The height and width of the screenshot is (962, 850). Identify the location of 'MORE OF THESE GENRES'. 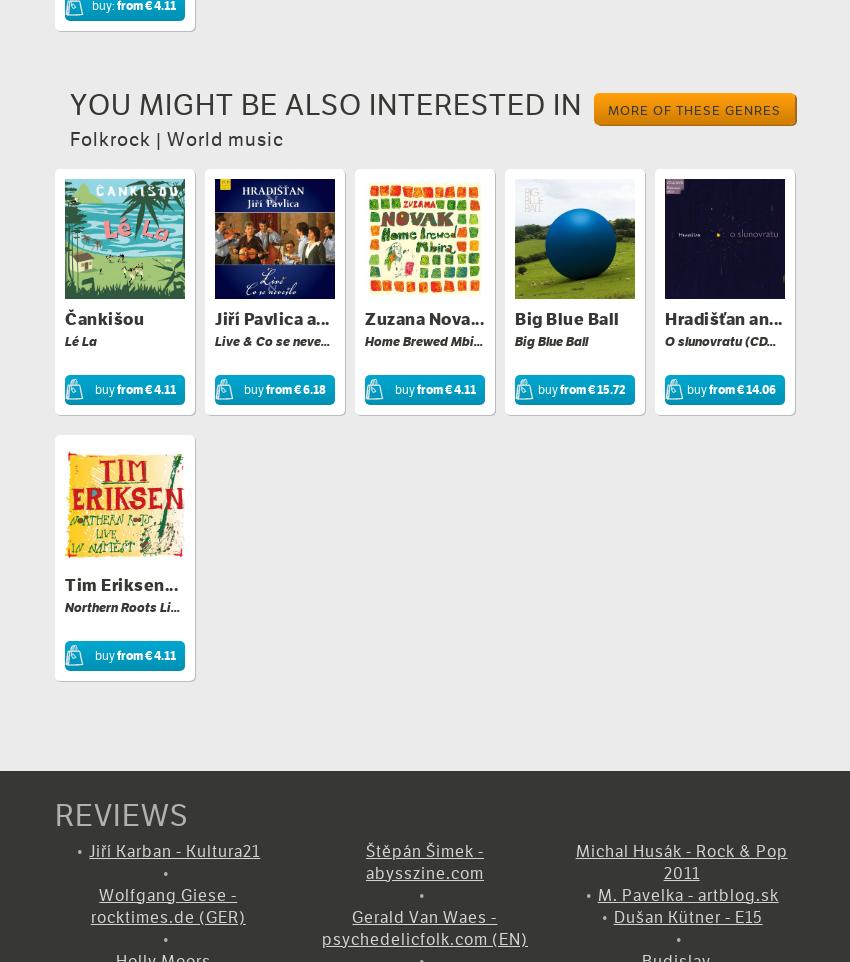
(693, 108).